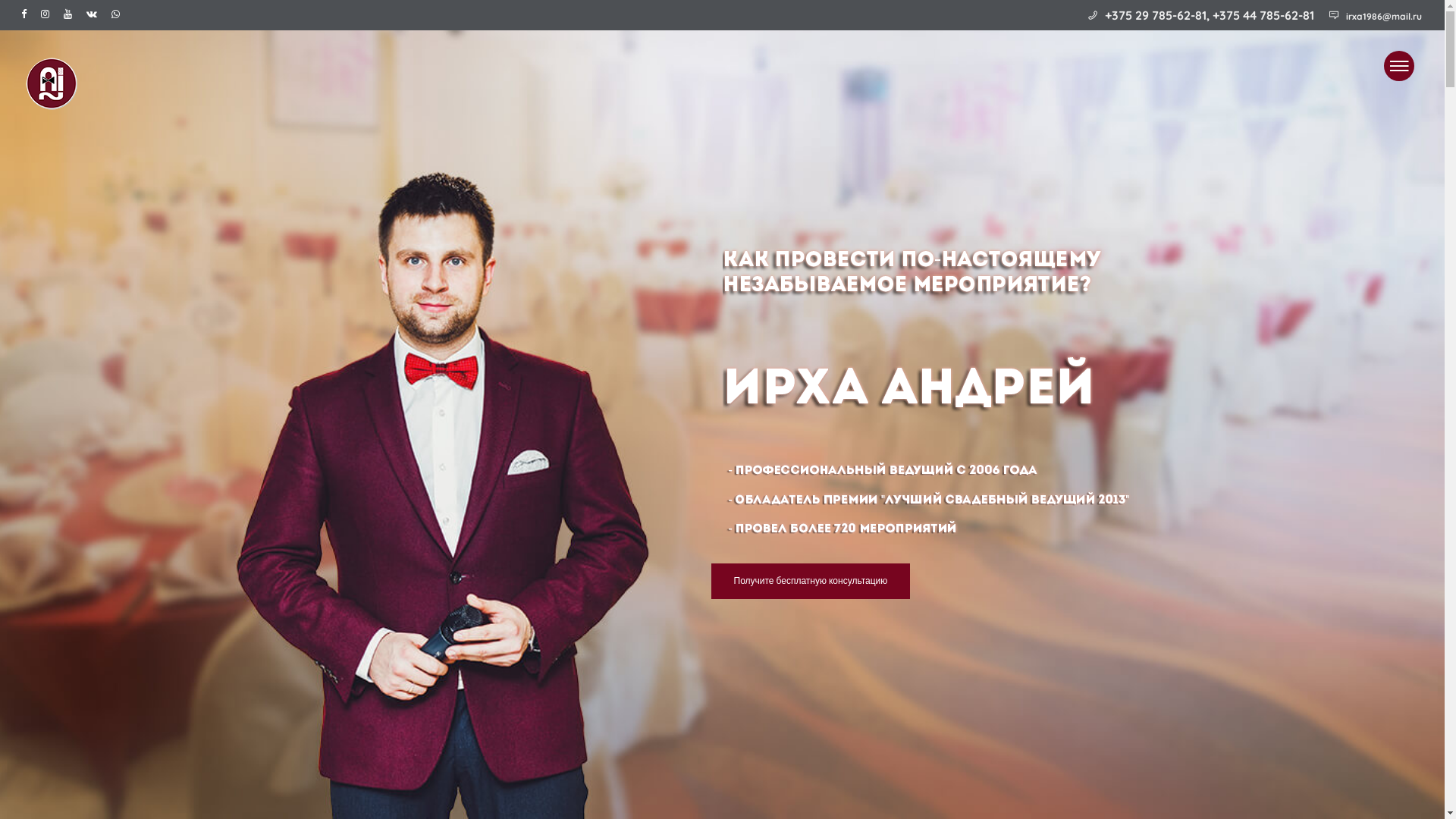 The width and height of the screenshot is (1456, 819). Describe the element at coordinates (27, 13) in the screenshot. I see `'Facebook'` at that location.